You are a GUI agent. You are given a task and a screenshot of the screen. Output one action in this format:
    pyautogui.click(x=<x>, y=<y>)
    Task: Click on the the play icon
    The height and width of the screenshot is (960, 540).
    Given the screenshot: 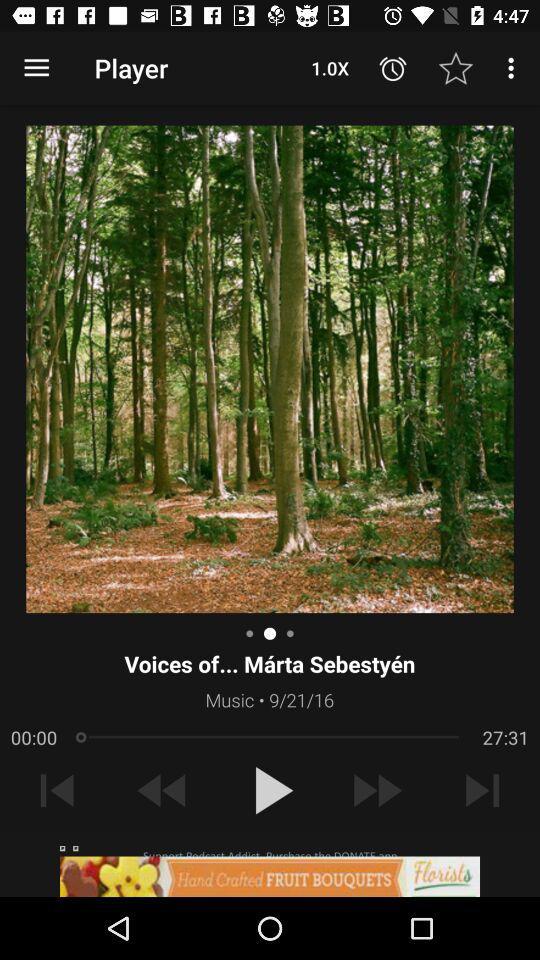 What is the action you would take?
    pyautogui.click(x=269, y=790)
    